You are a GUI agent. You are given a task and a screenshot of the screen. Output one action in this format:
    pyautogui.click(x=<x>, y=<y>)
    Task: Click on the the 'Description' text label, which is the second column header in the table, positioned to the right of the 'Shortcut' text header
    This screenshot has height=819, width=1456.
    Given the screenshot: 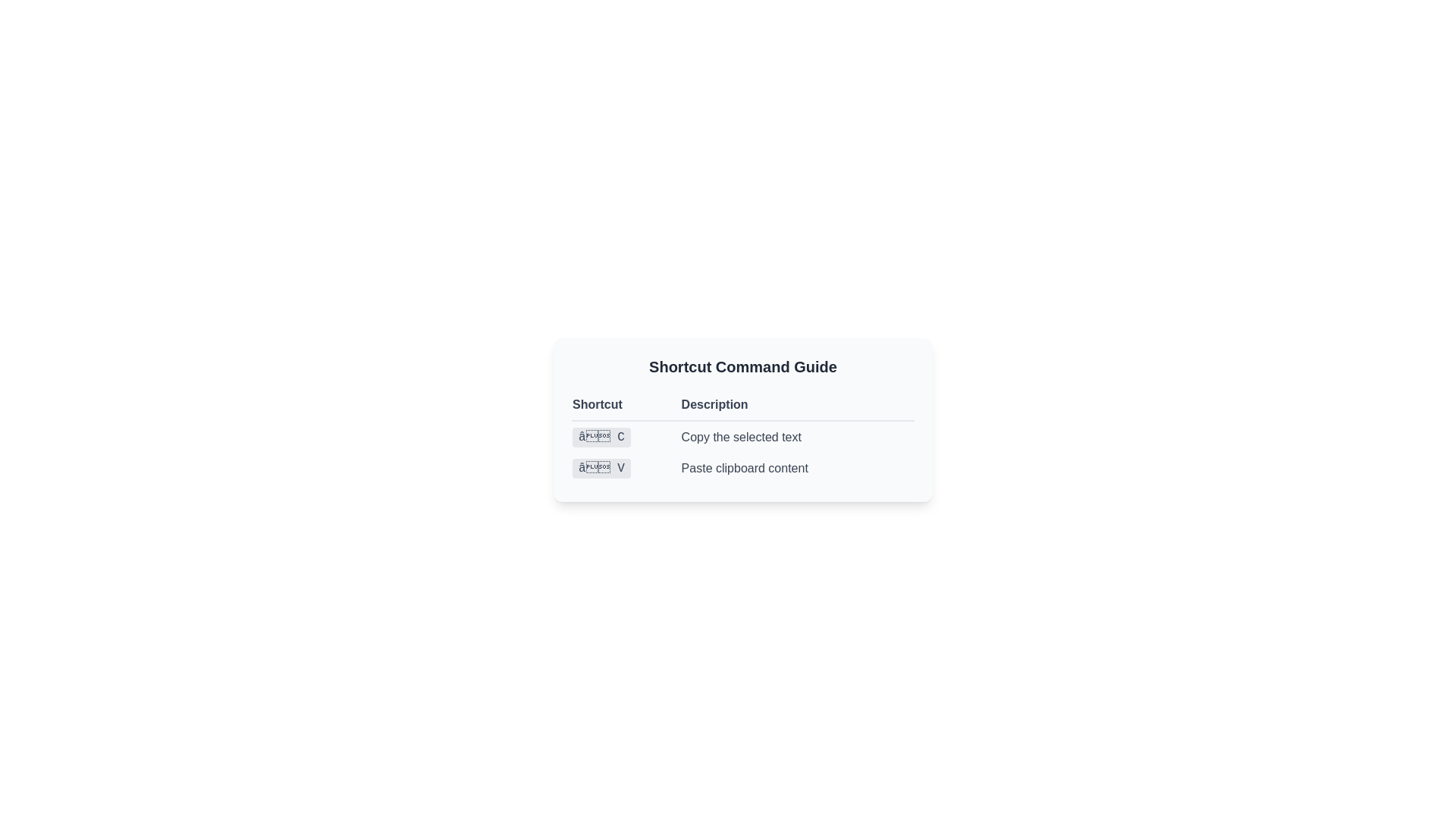 What is the action you would take?
    pyautogui.click(x=742, y=403)
    